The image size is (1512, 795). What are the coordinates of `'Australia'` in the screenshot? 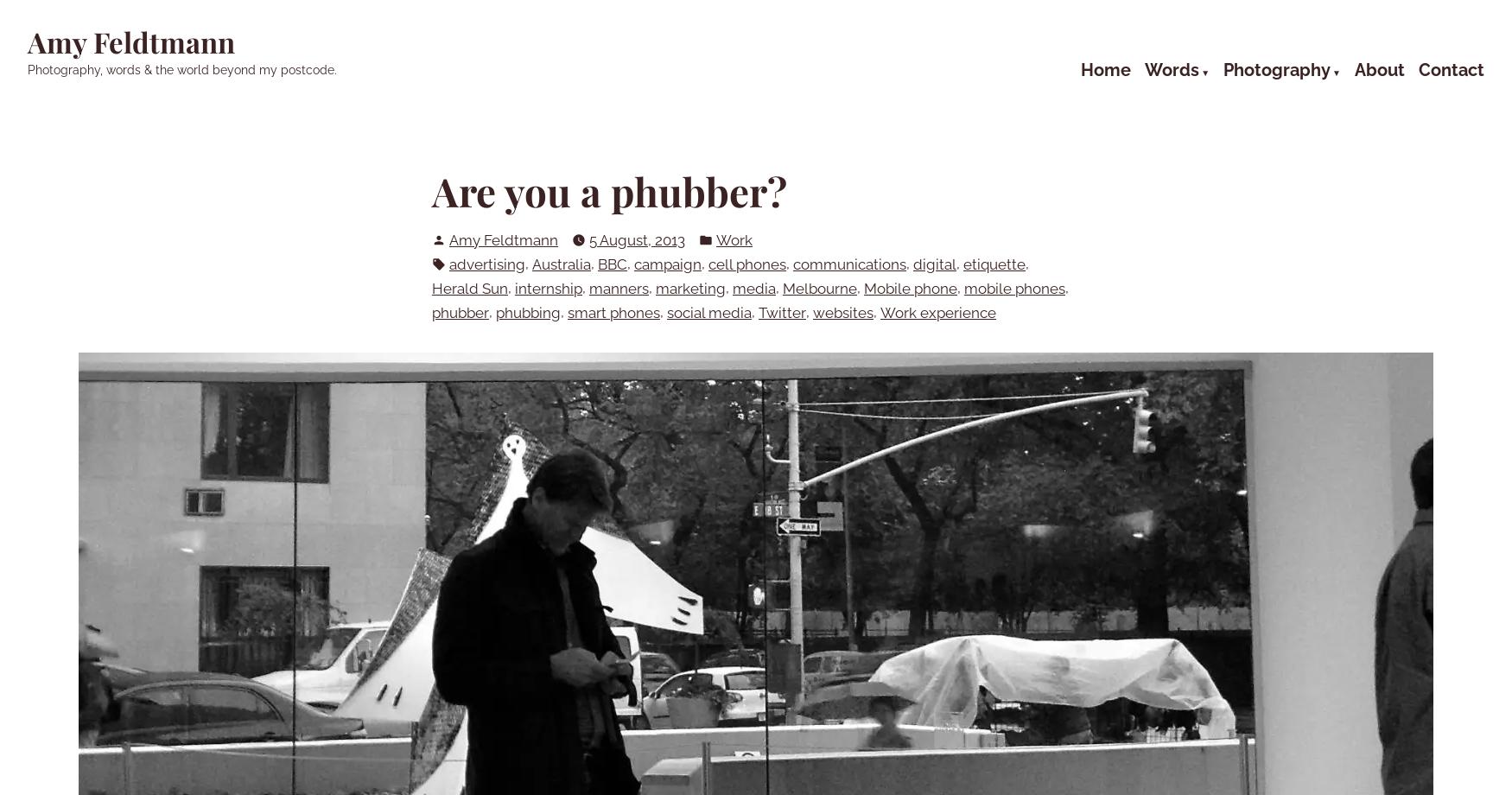 It's located at (560, 263).